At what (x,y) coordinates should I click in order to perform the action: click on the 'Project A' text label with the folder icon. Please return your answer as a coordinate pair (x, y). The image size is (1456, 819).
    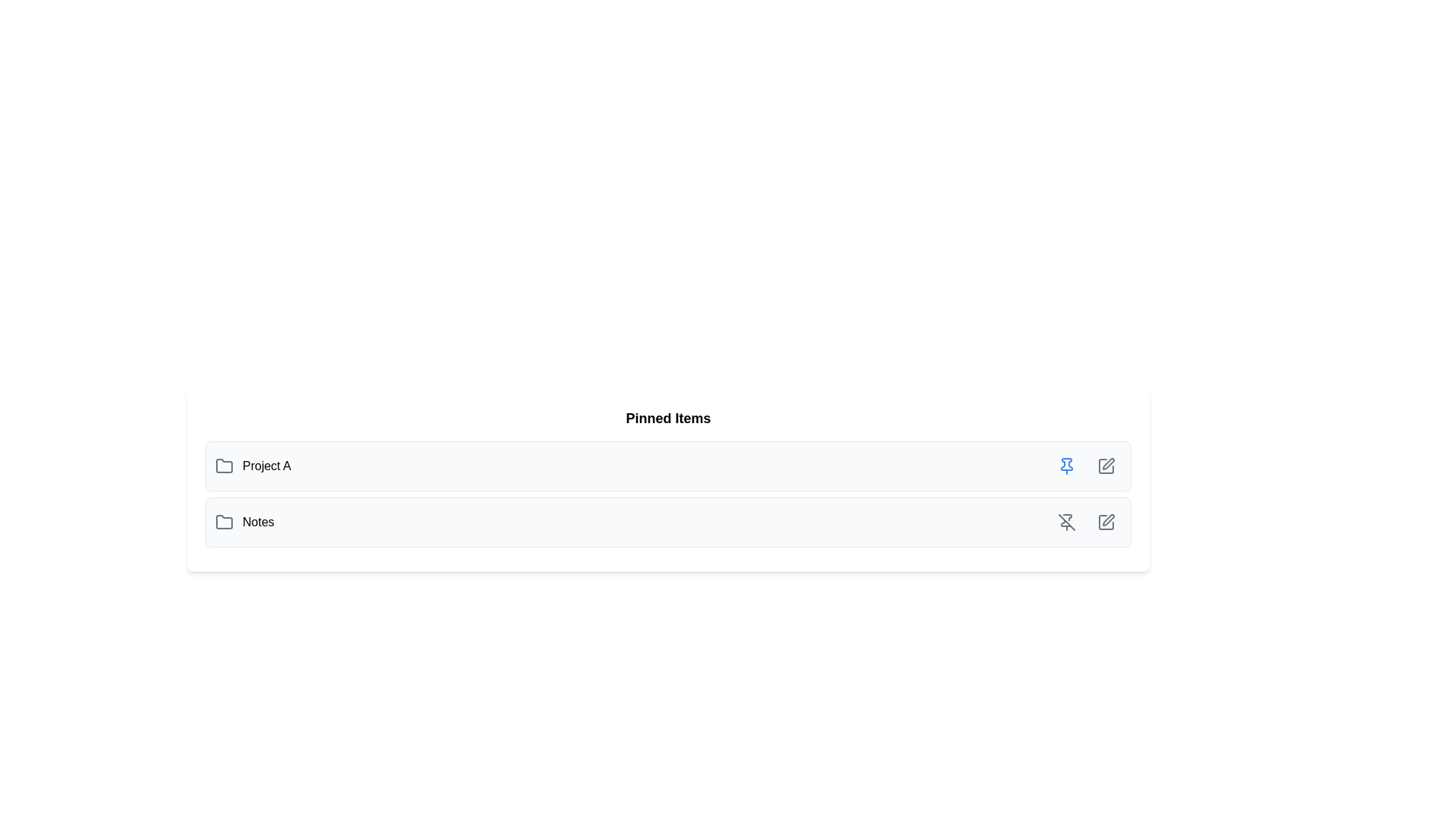
    Looking at the image, I should click on (253, 465).